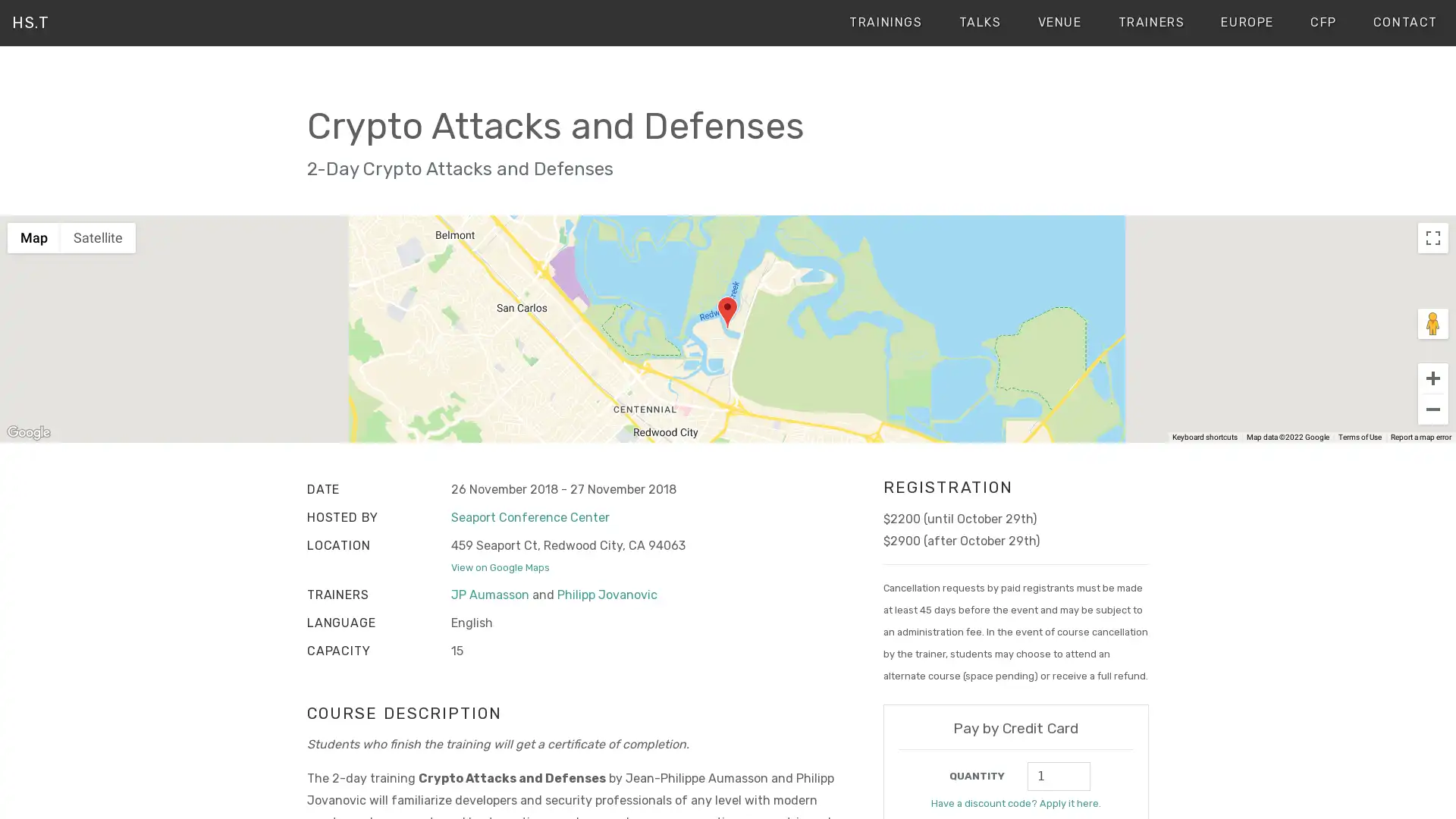  What do you see at coordinates (1432, 376) in the screenshot?
I see `Zoom in` at bounding box center [1432, 376].